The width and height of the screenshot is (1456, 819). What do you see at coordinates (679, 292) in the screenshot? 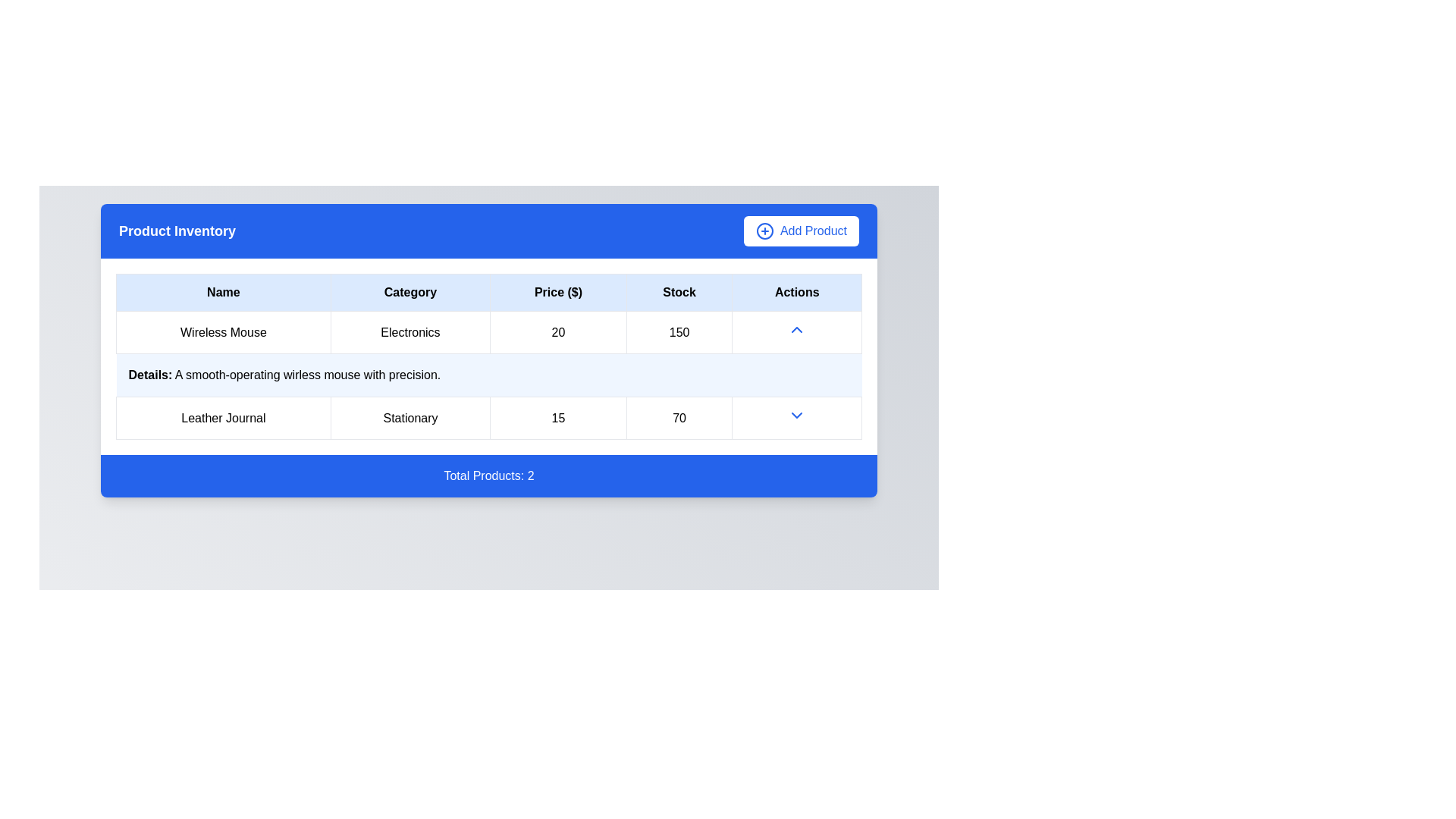
I see `the 'Stock' text label, which is bold and centered within a light blue background in the fourth column of the table header, positioned between 'Price ($)' and 'Actions'` at bounding box center [679, 292].